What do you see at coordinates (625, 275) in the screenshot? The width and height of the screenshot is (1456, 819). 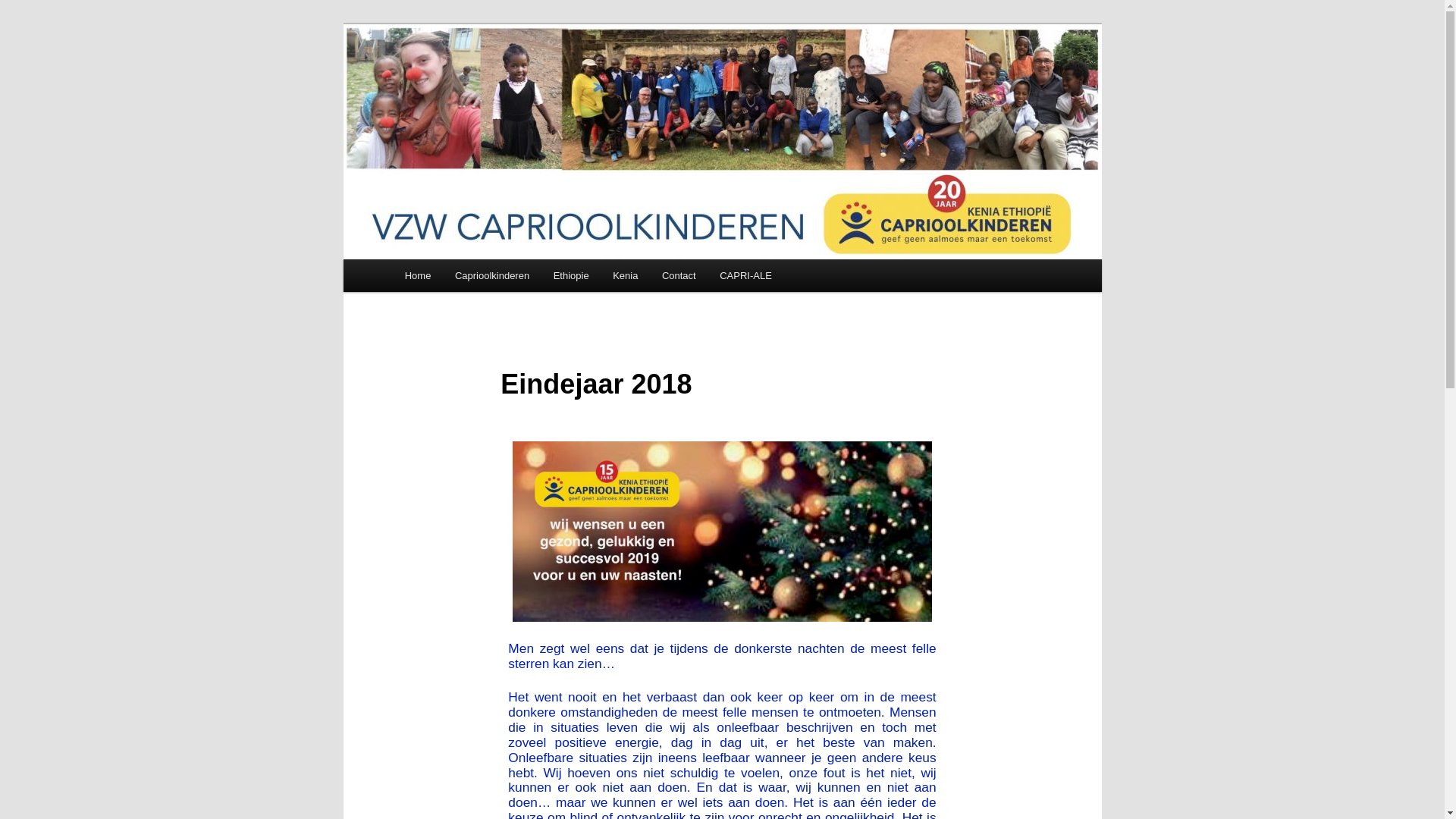 I see `'Kenia'` at bounding box center [625, 275].